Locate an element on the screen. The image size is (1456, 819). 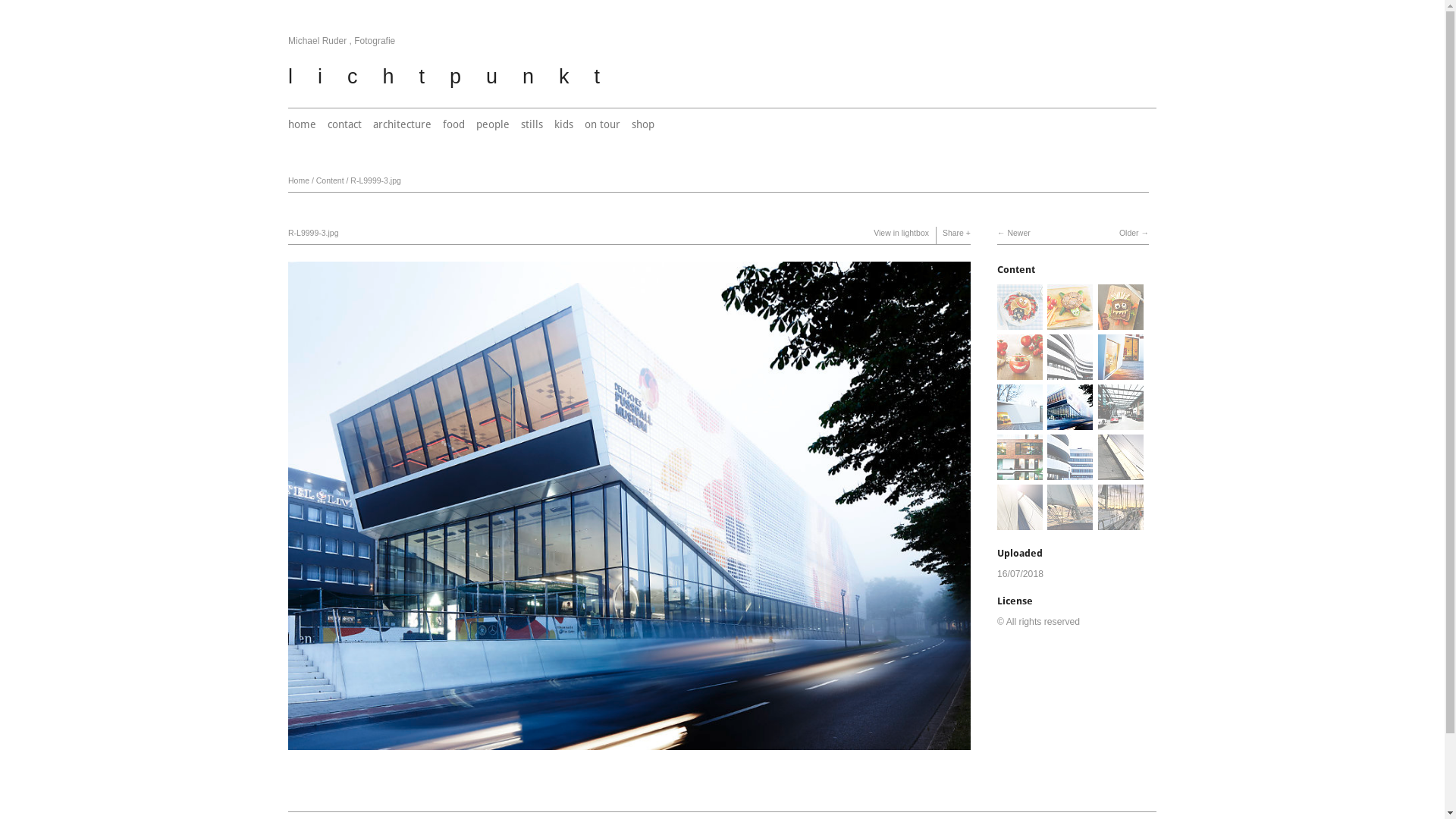
'View in lightbox' is located at coordinates (874, 233).